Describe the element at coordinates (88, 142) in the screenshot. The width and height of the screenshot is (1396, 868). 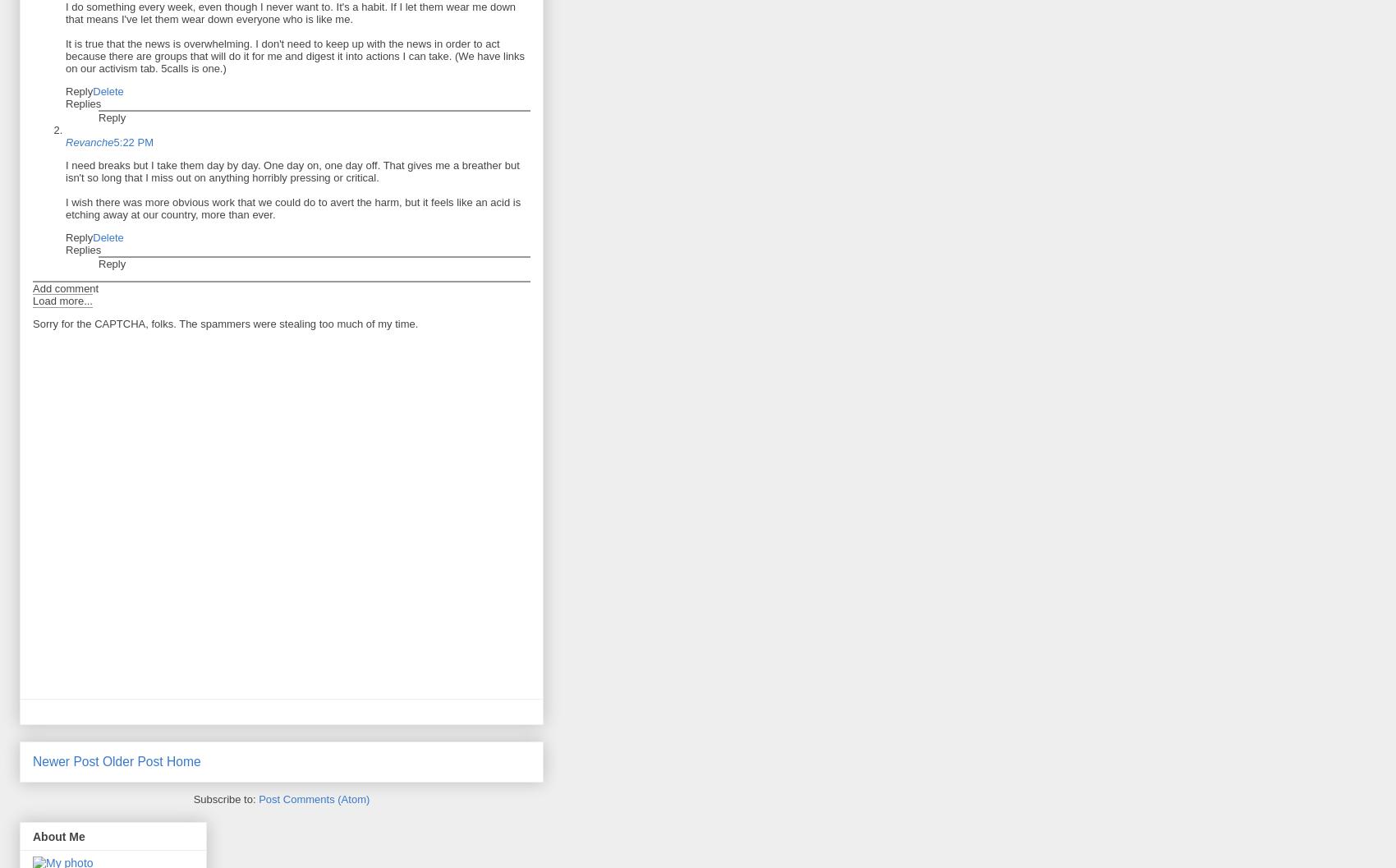
I see `'Revanche'` at that location.